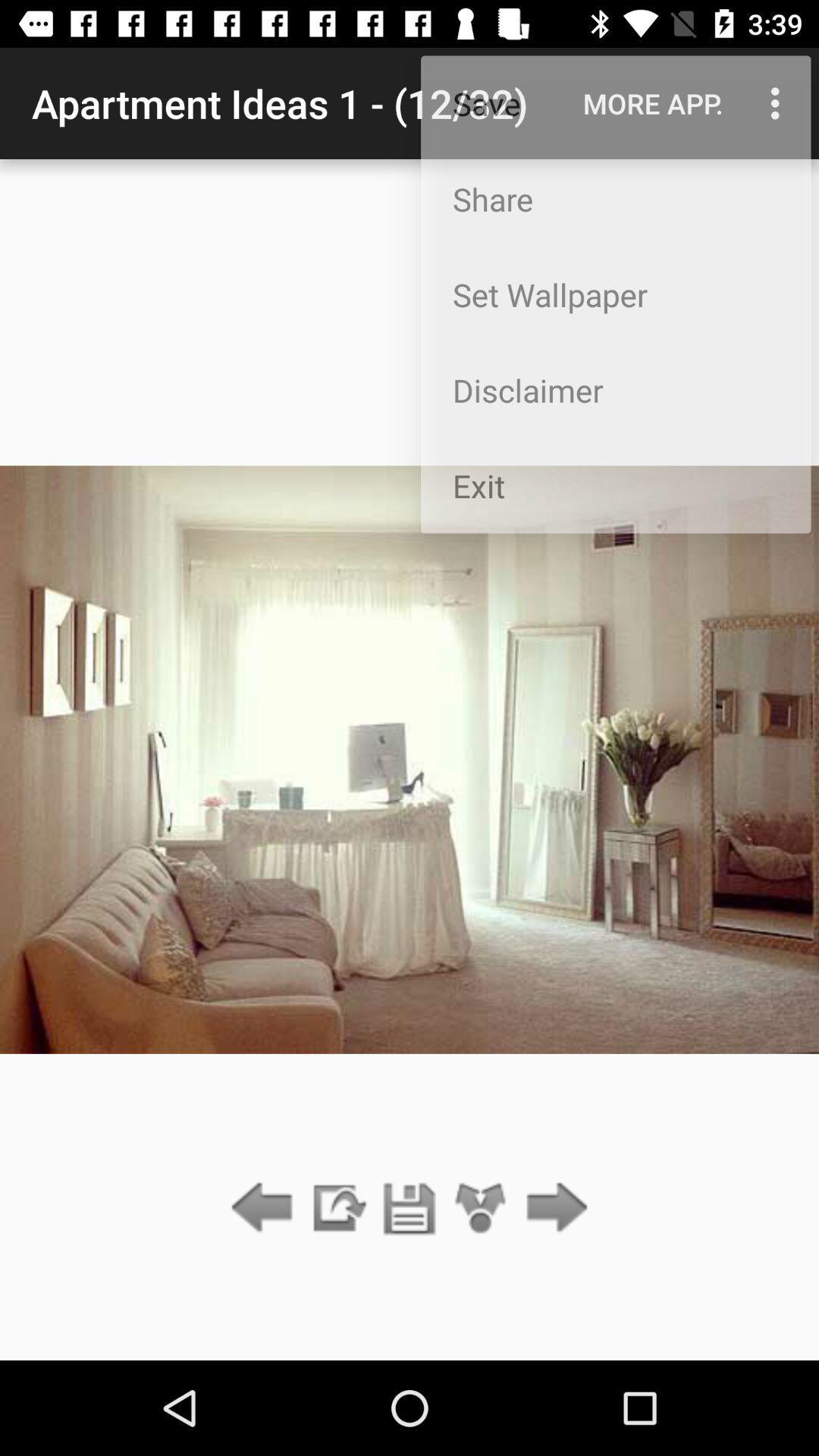 The image size is (819, 1456). Describe the element at coordinates (337, 1208) in the screenshot. I see `the launch icon` at that location.